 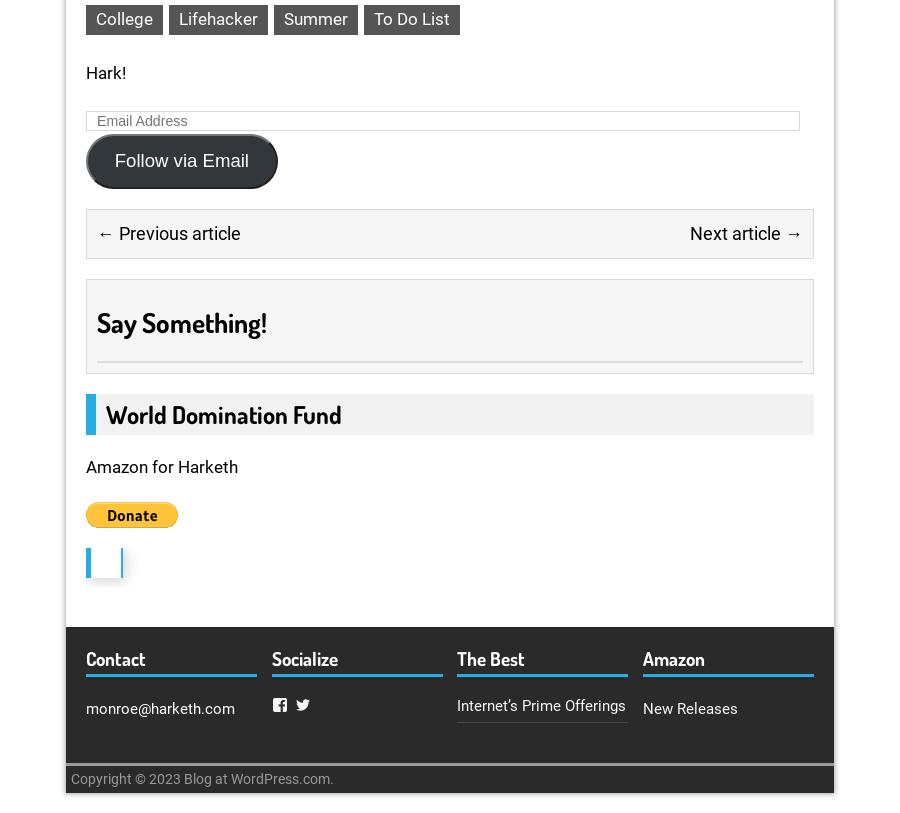 What do you see at coordinates (105, 413) in the screenshot?
I see `'World Domination Fund'` at bounding box center [105, 413].